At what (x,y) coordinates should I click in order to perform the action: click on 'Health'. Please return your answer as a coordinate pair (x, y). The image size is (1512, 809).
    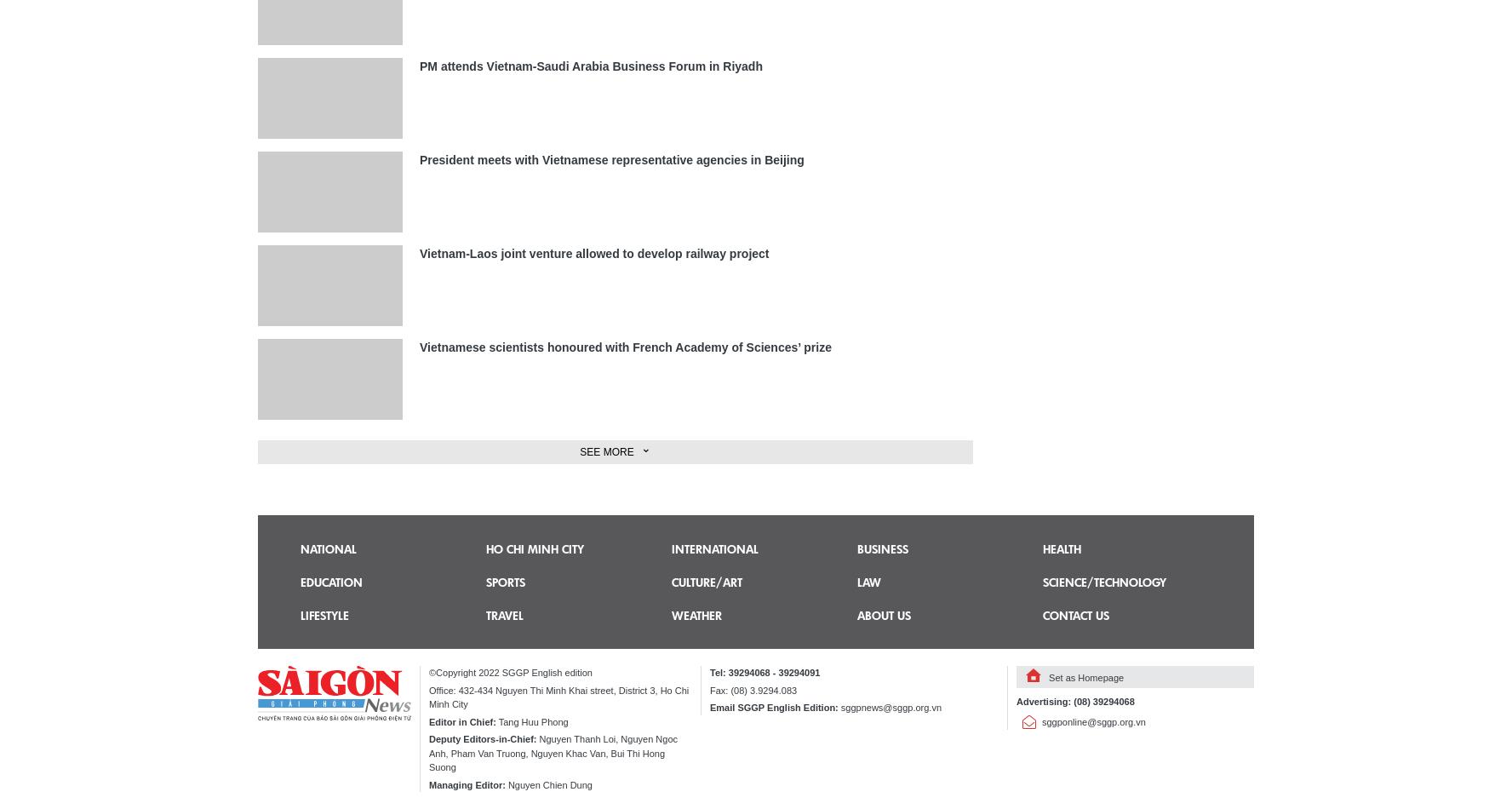
    Looking at the image, I should click on (1061, 548).